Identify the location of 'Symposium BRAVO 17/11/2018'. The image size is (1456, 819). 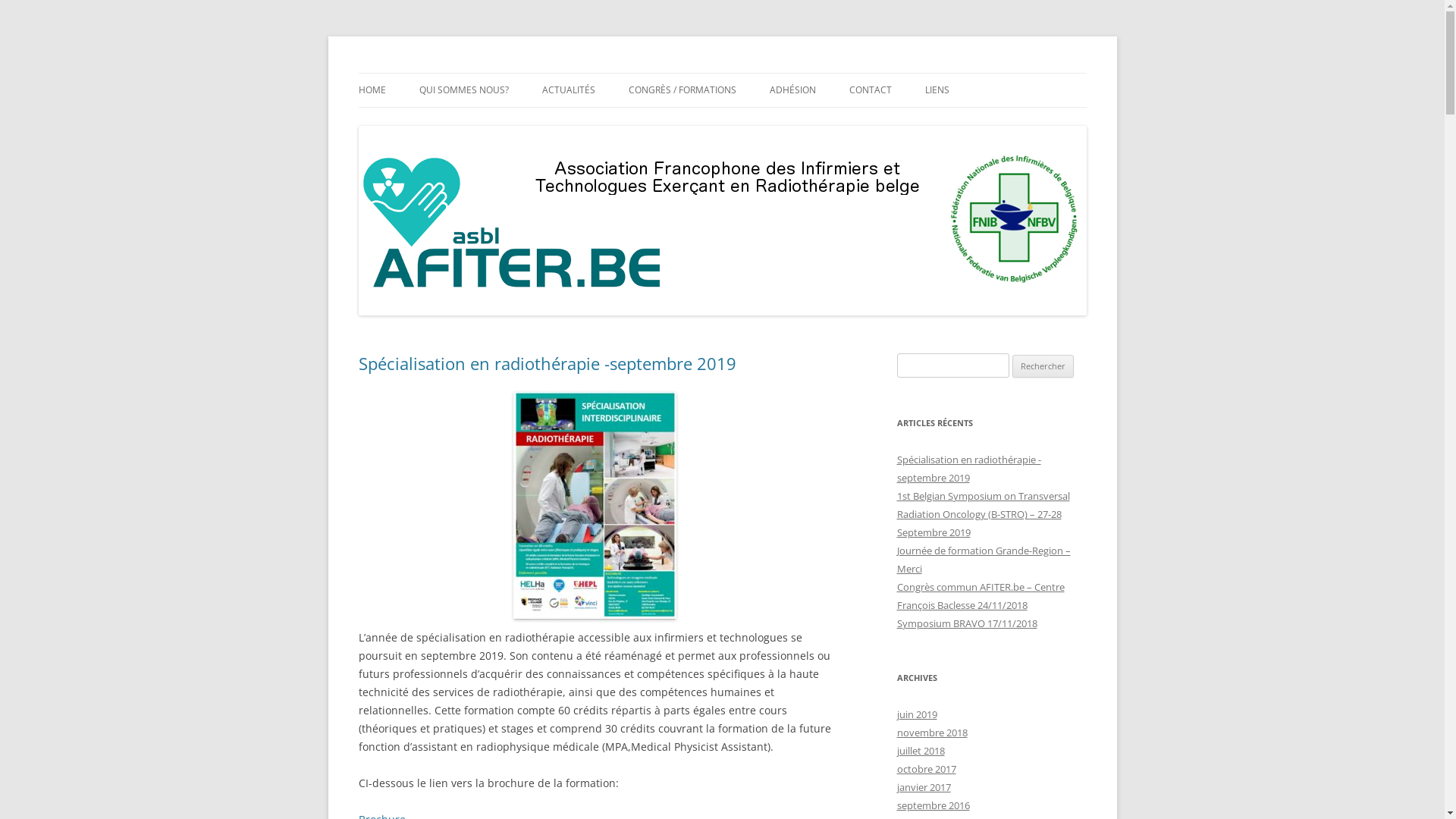
(965, 623).